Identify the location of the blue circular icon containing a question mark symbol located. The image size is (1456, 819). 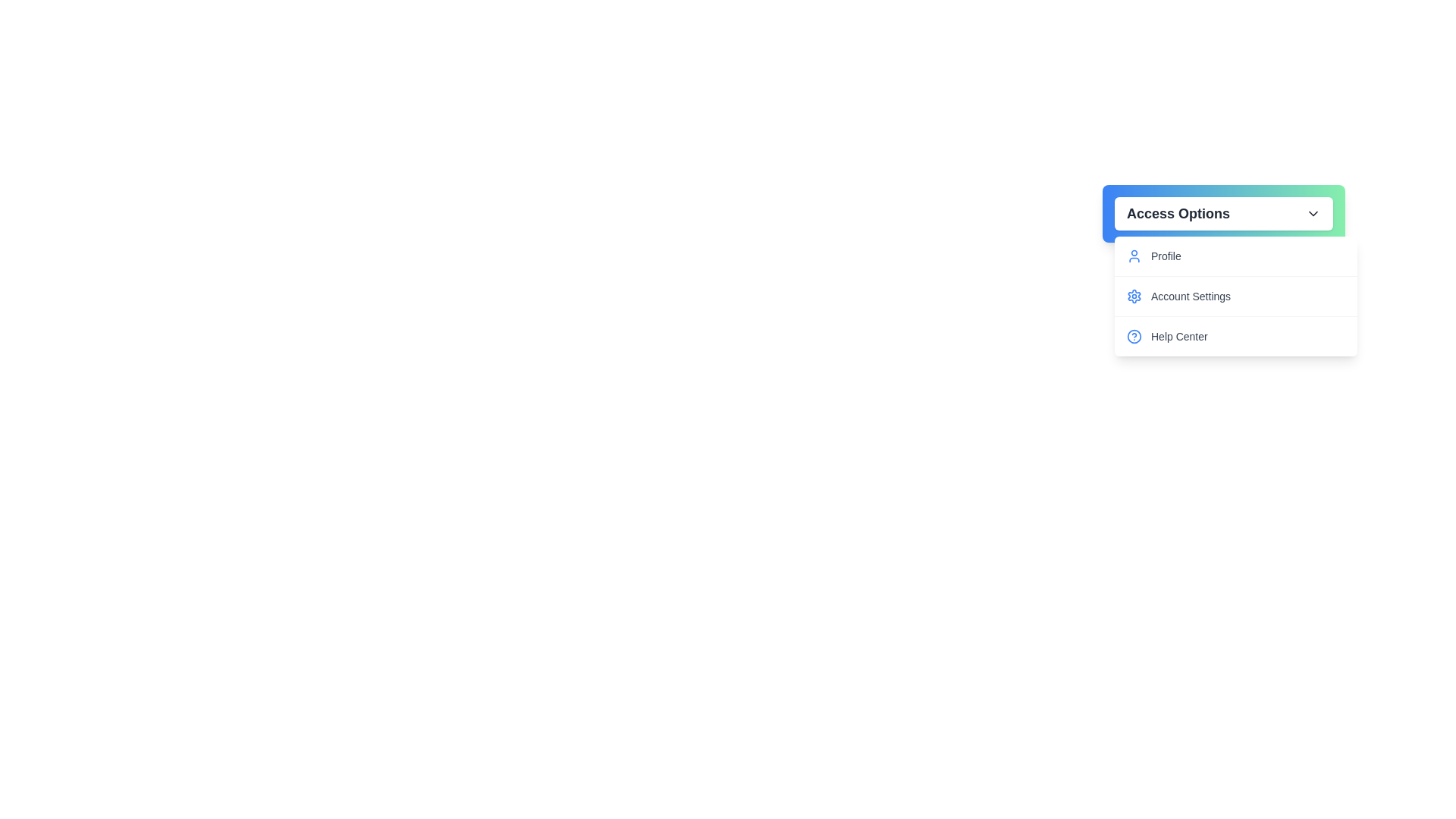
(1134, 335).